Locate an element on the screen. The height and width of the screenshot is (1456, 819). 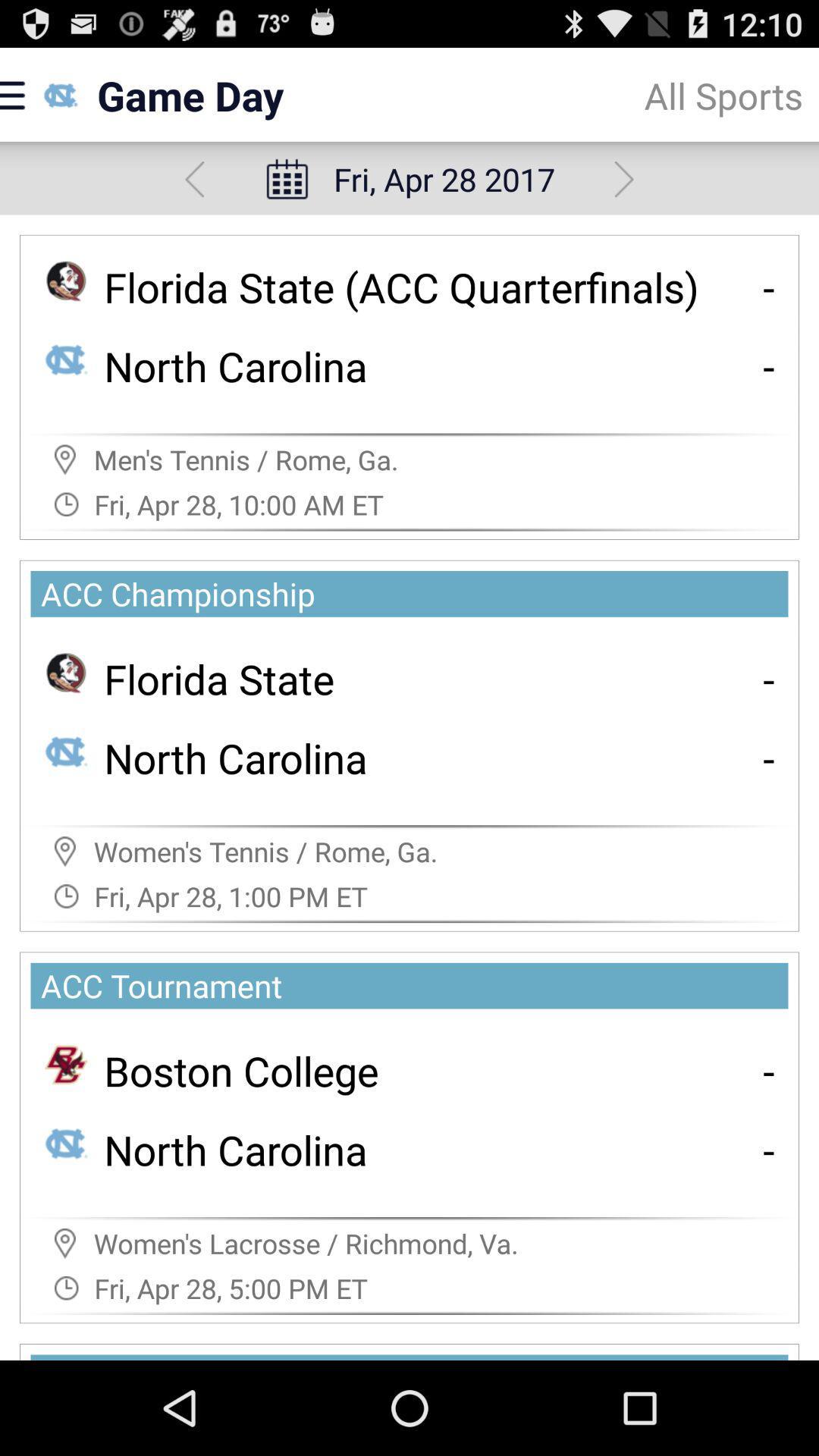
next page is located at coordinates (624, 179).